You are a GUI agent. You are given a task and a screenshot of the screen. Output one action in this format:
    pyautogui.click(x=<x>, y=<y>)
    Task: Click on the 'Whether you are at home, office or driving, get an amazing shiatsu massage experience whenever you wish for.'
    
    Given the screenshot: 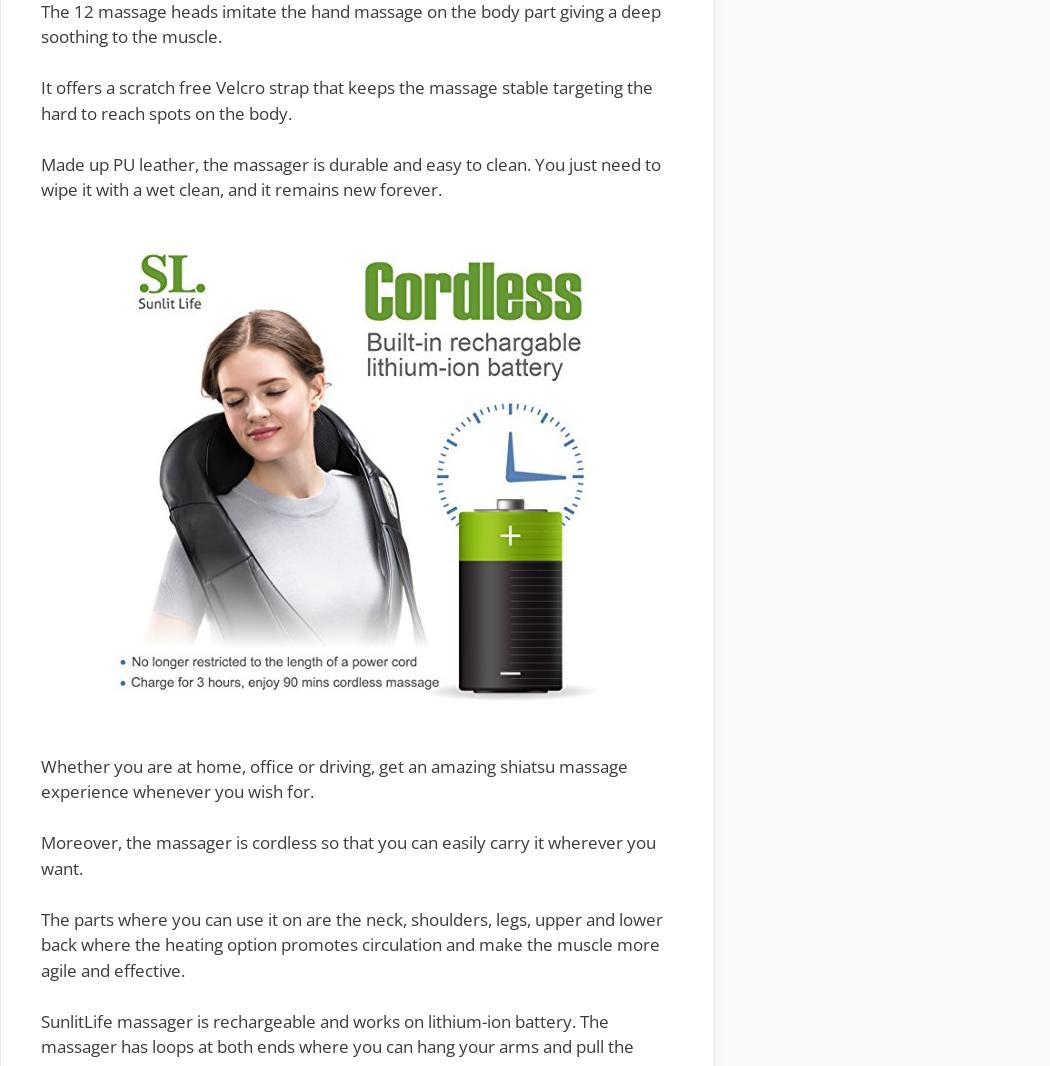 What is the action you would take?
    pyautogui.click(x=334, y=777)
    